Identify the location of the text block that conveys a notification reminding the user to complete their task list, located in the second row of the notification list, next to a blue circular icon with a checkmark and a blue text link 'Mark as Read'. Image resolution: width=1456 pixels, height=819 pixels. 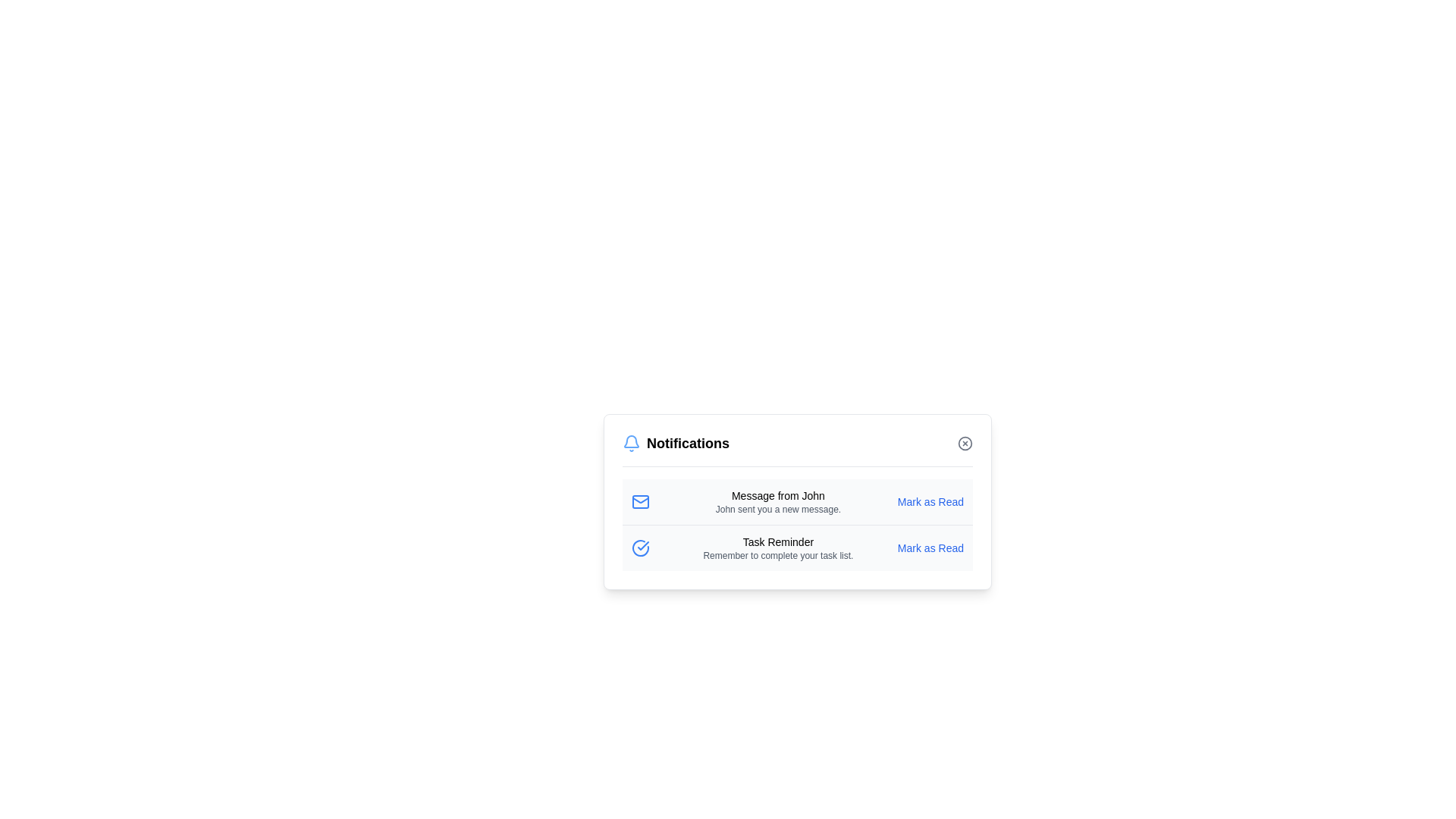
(778, 548).